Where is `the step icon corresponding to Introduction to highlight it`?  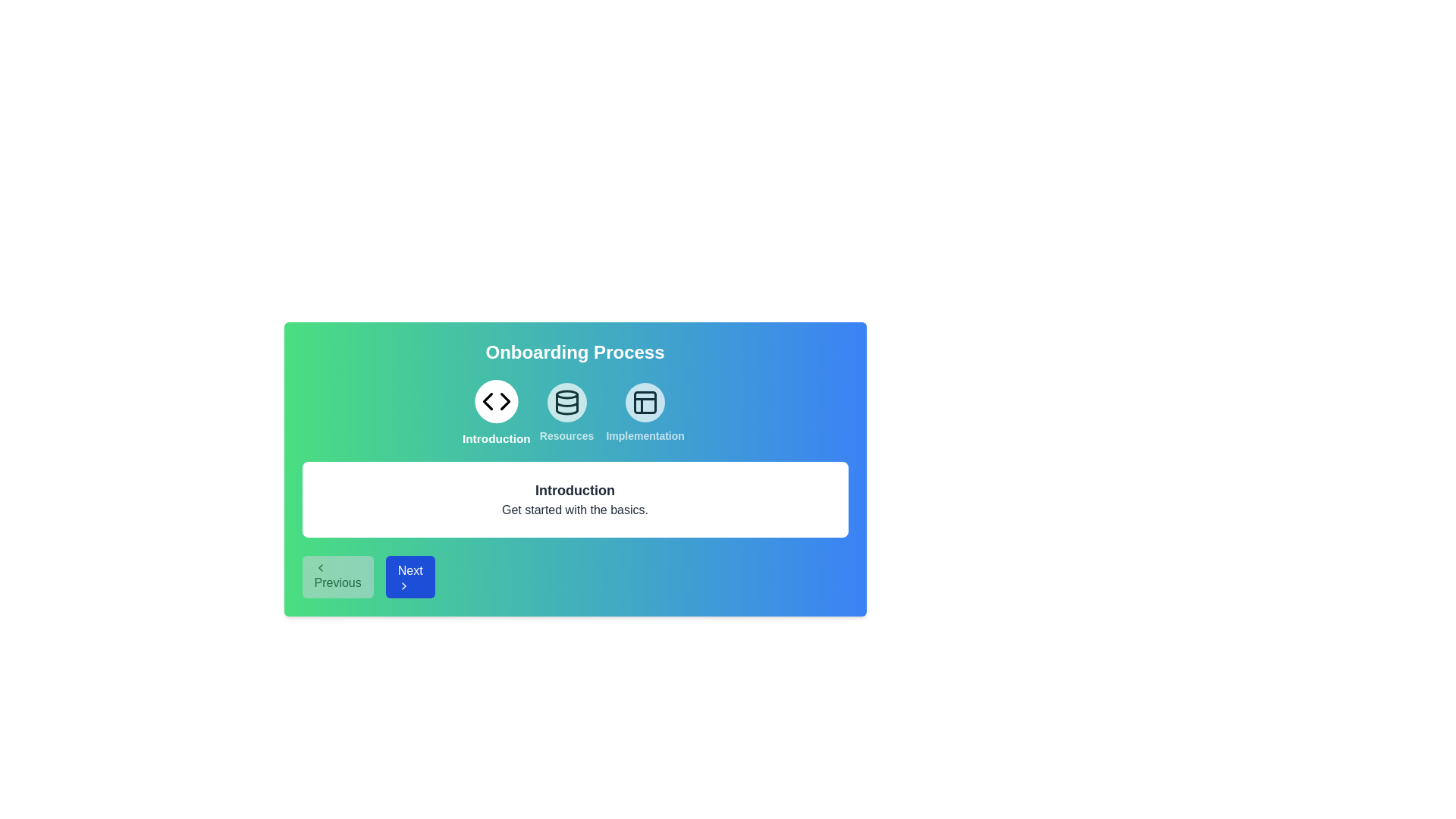 the step icon corresponding to Introduction to highlight it is located at coordinates (496, 413).